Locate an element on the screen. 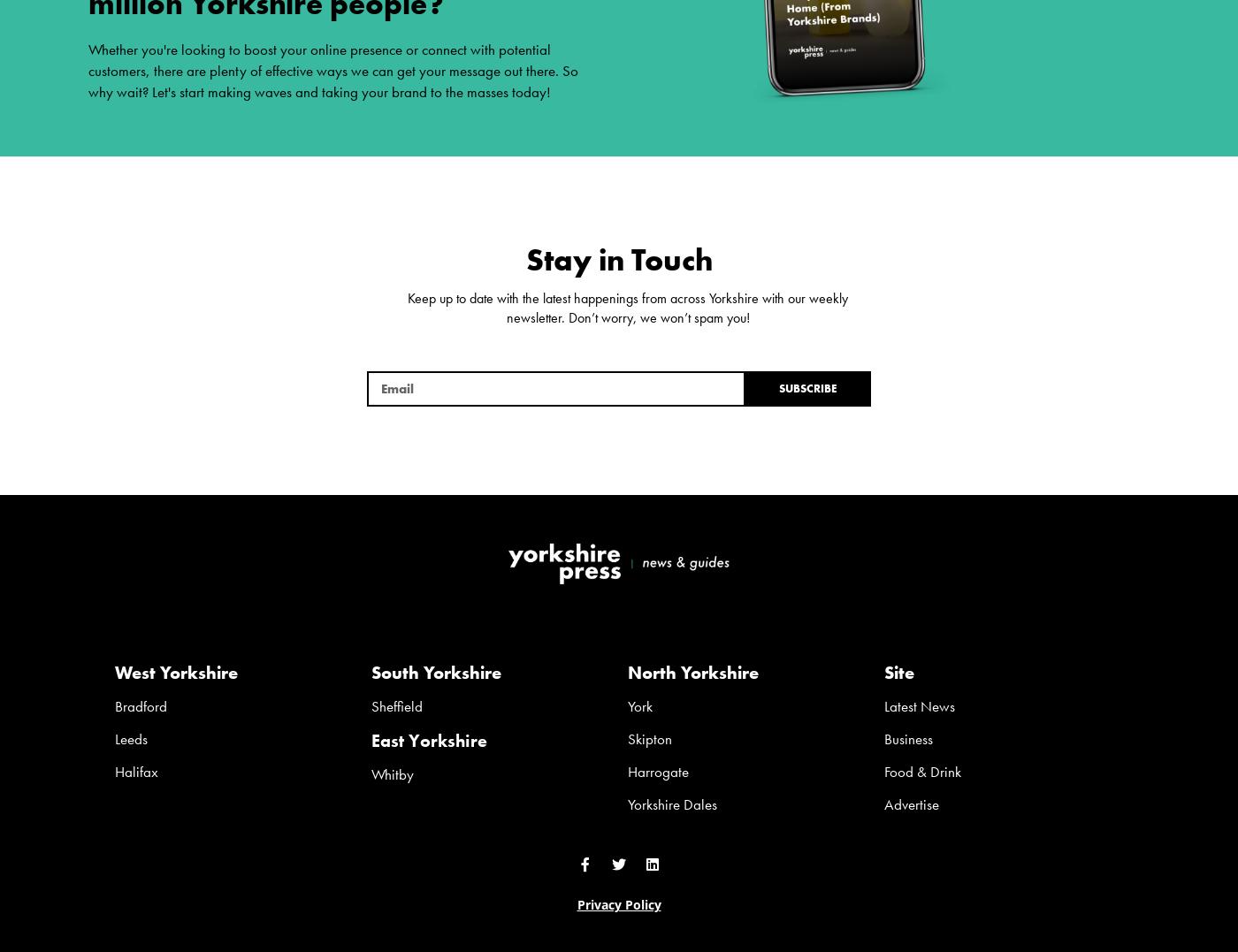 The height and width of the screenshot is (952, 1238). 'Business' is located at coordinates (908, 736).